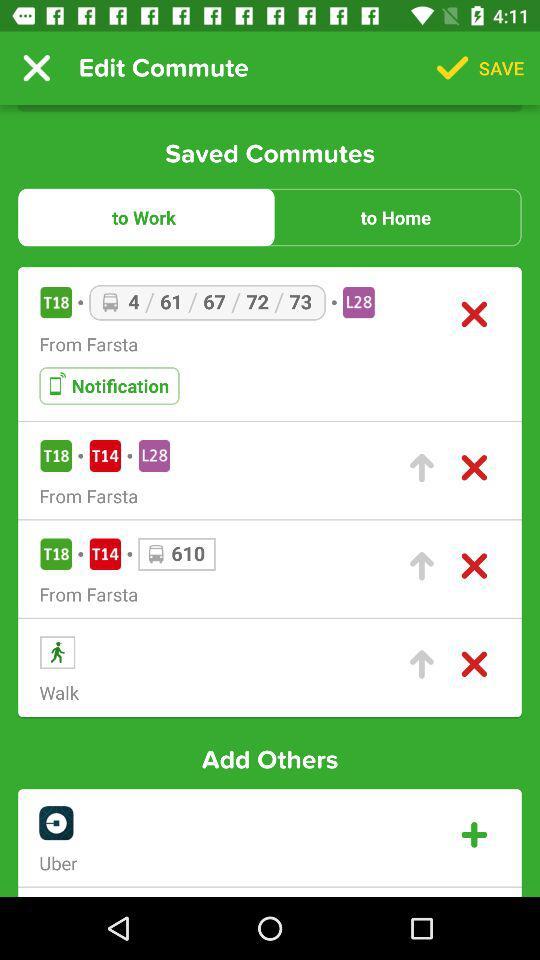 The height and width of the screenshot is (960, 540). I want to click on the item next to the to home item, so click(143, 217).